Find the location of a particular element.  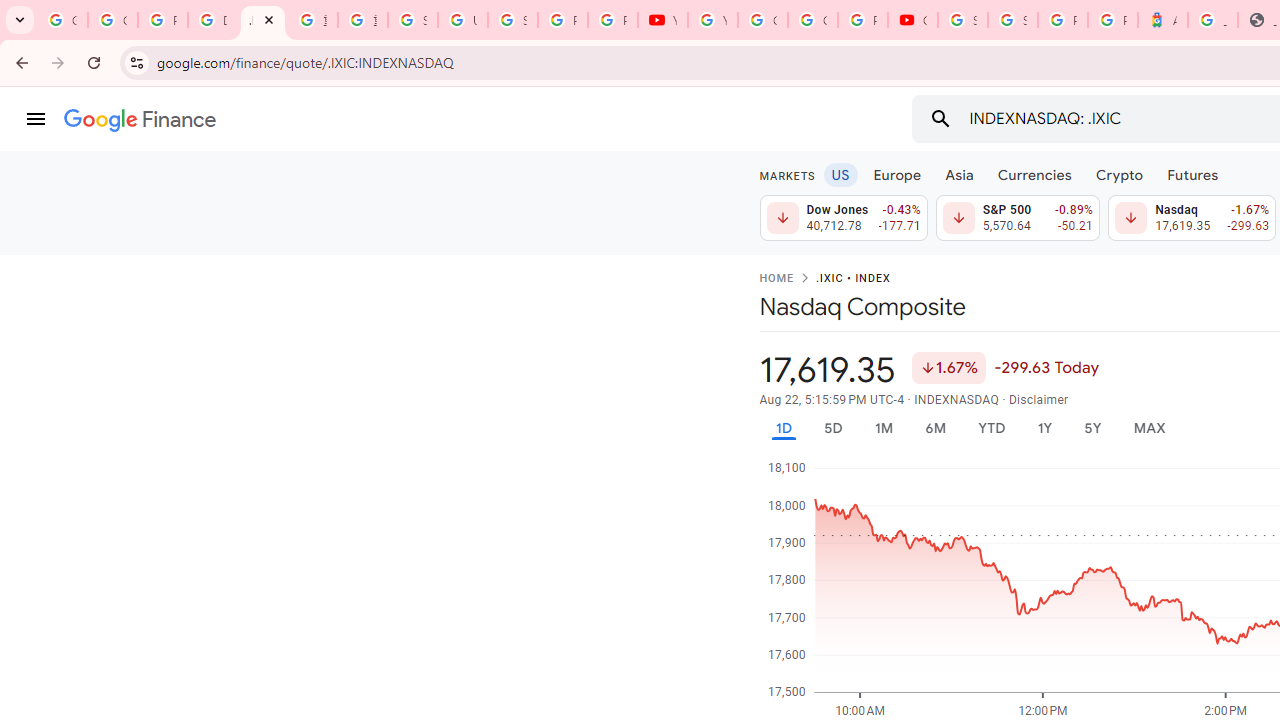

'Finance' is located at coordinates (139, 120).